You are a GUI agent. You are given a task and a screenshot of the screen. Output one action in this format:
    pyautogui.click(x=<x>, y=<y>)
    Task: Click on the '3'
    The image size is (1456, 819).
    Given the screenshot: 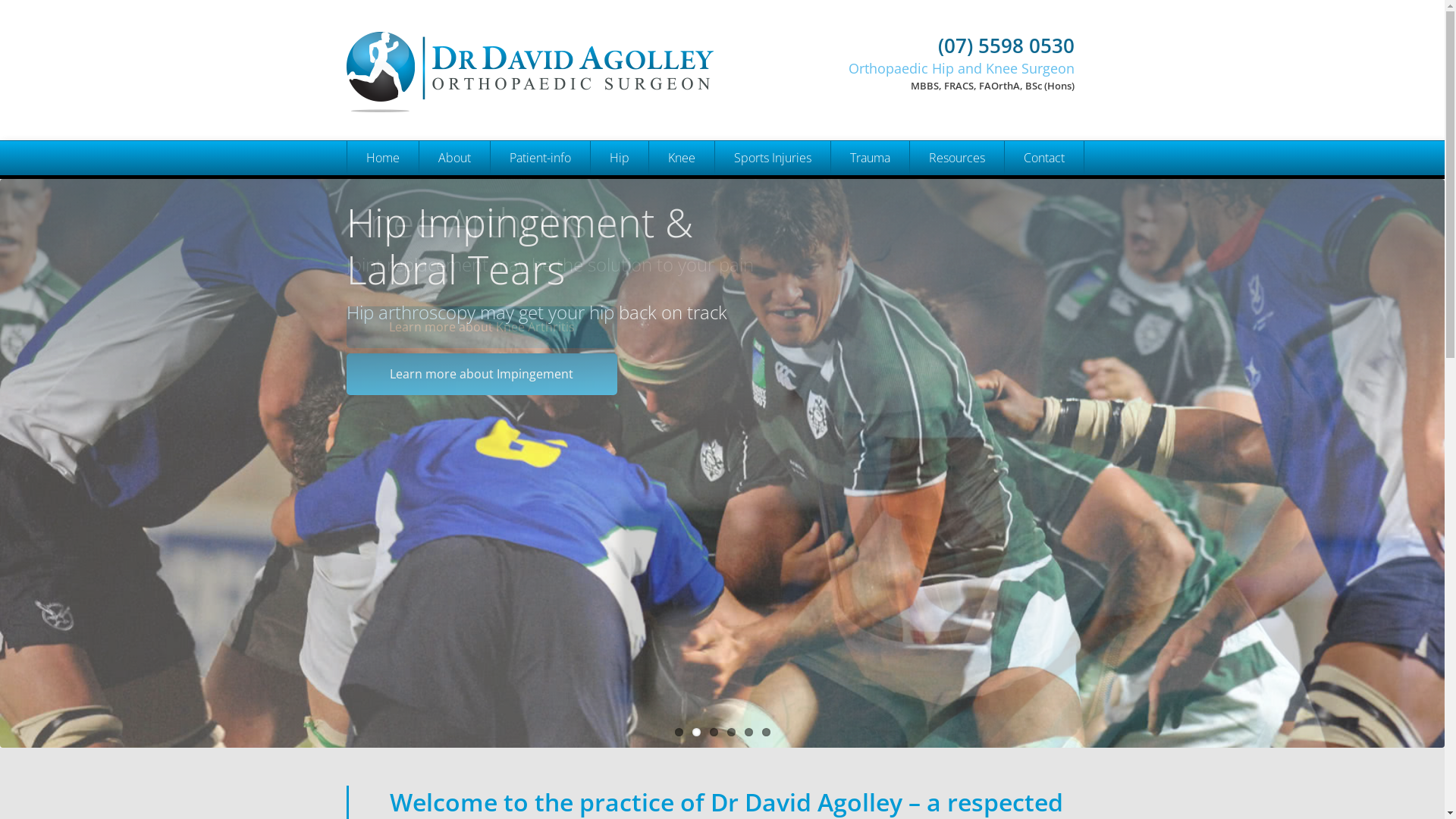 What is the action you would take?
    pyautogui.click(x=713, y=731)
    